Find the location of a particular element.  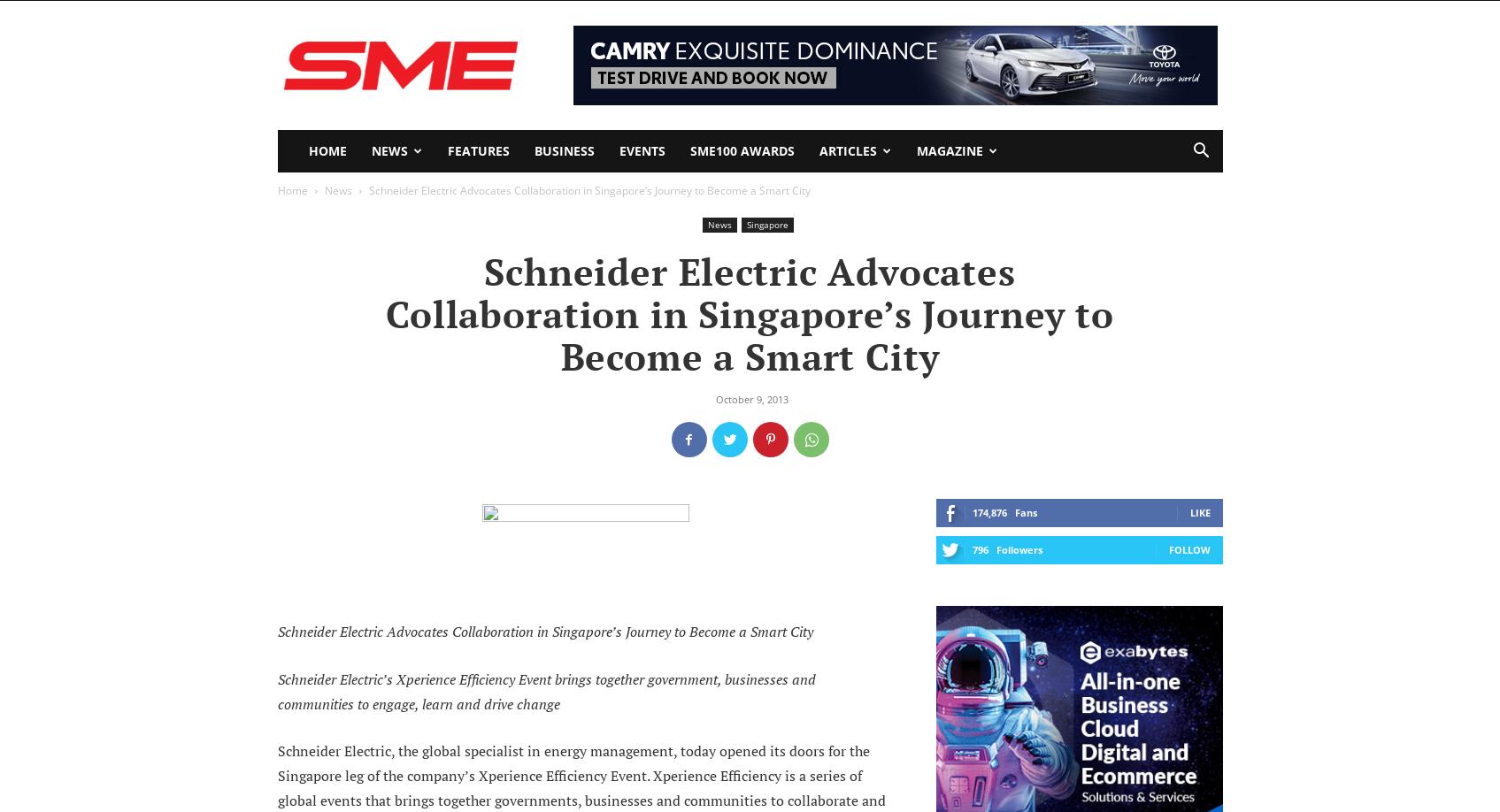

'Singapore' is located at coordinates (745, 224).